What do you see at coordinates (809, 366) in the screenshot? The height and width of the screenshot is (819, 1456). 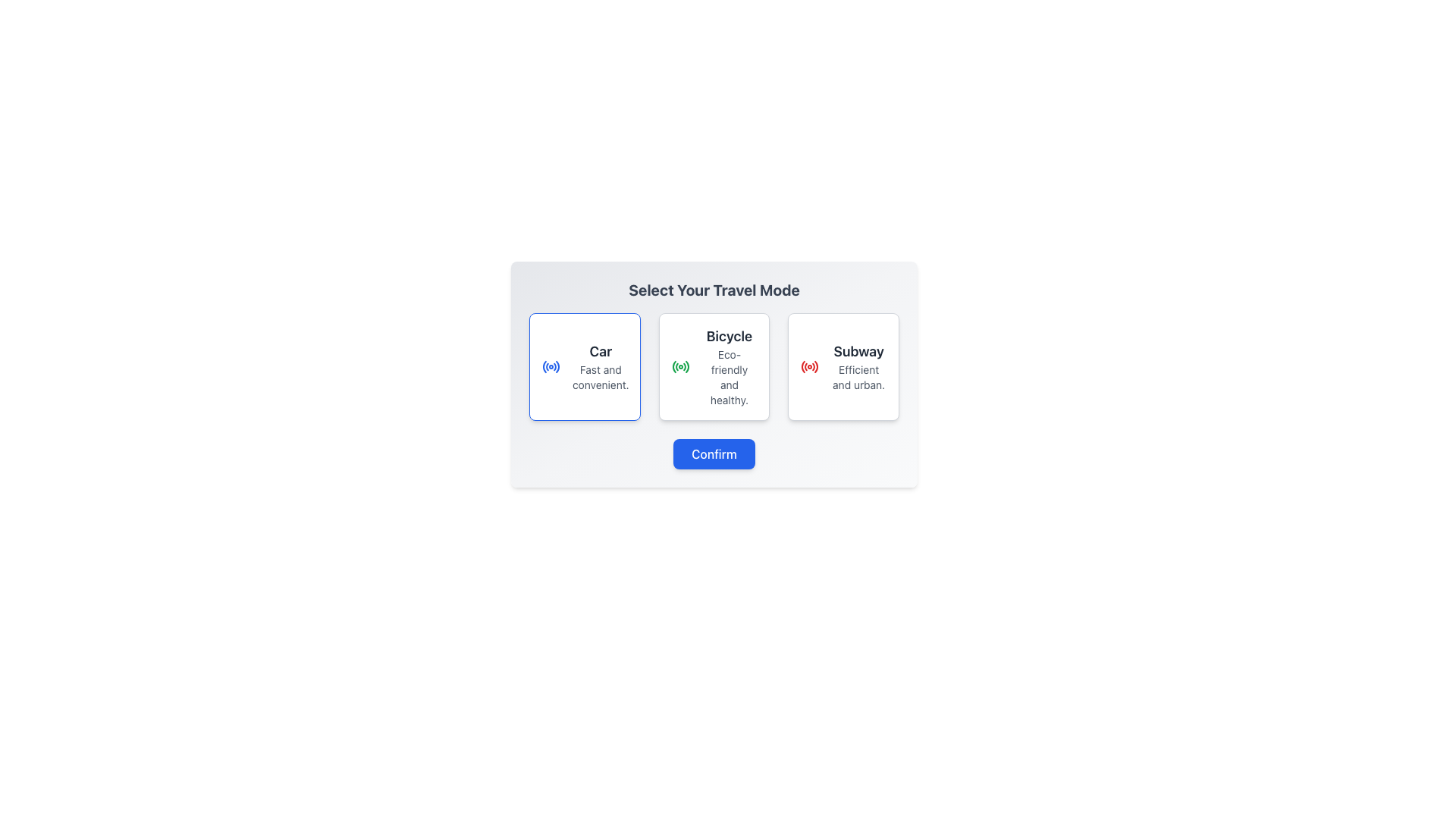 I see `the 'Subway' travel mode icon located at the top-left corner of the third card in the horizontal arrangement of travel mode cards` at bounding box center [809, 366].